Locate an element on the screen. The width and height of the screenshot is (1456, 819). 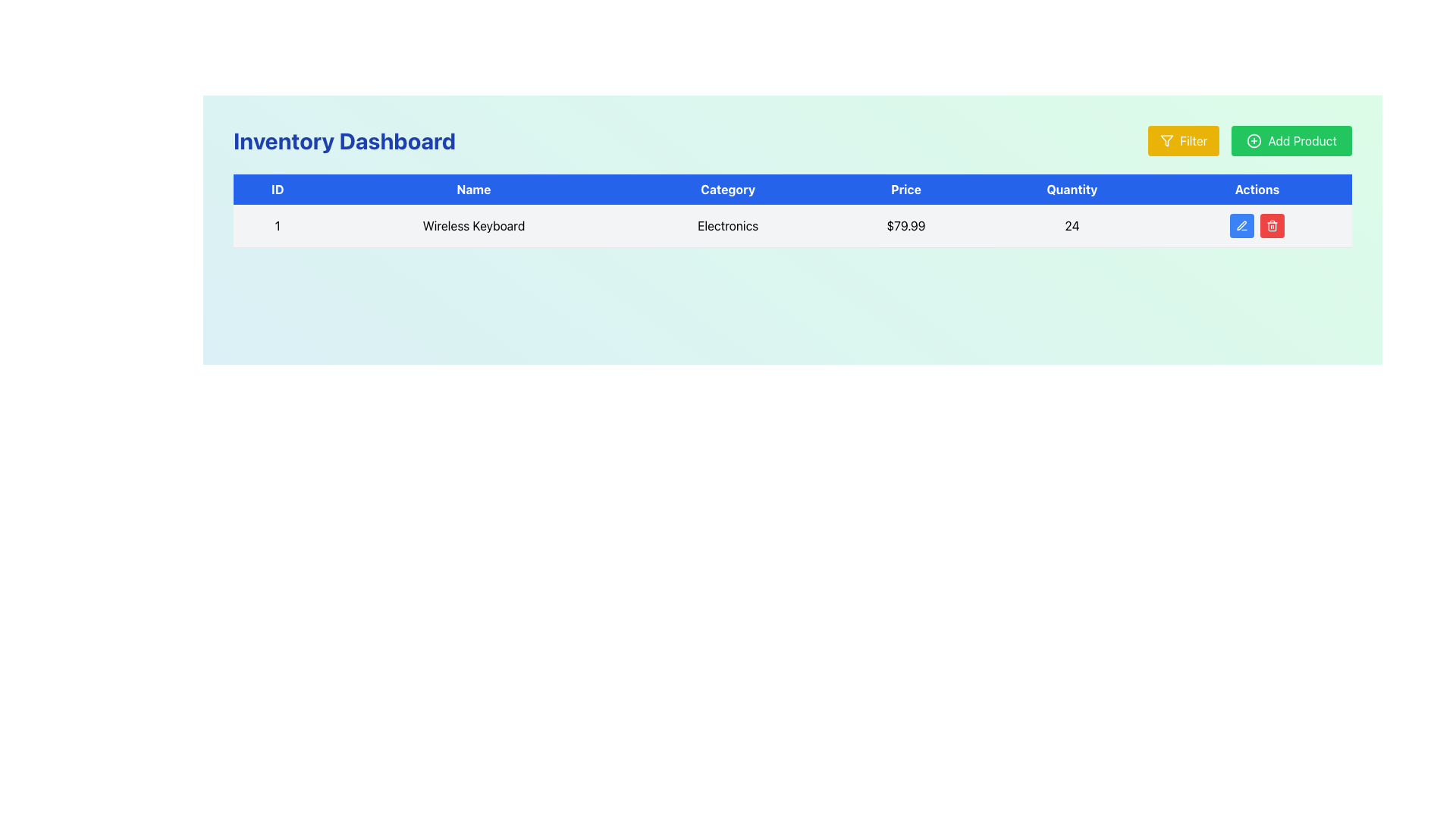
the text content of the price element displaying '$79.99' for the product 'Wireless Keyboard' located in the 'Price' column is located at coordinates (906, 226).